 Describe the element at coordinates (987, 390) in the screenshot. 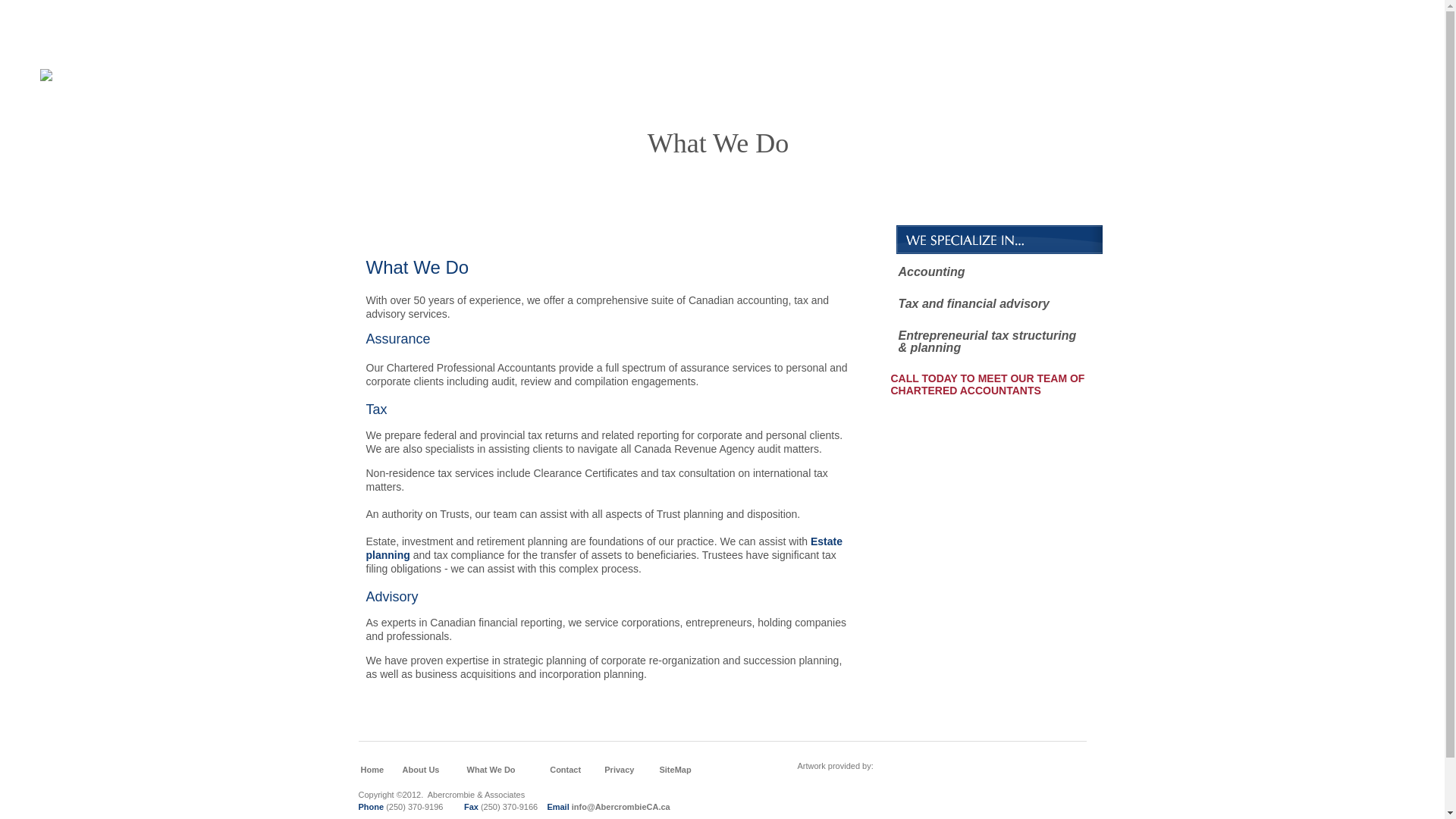

I see `'CALL TODAY TO MEET OUR TEAM OF CHARTERED ACCOUNTANTS'` at that location.